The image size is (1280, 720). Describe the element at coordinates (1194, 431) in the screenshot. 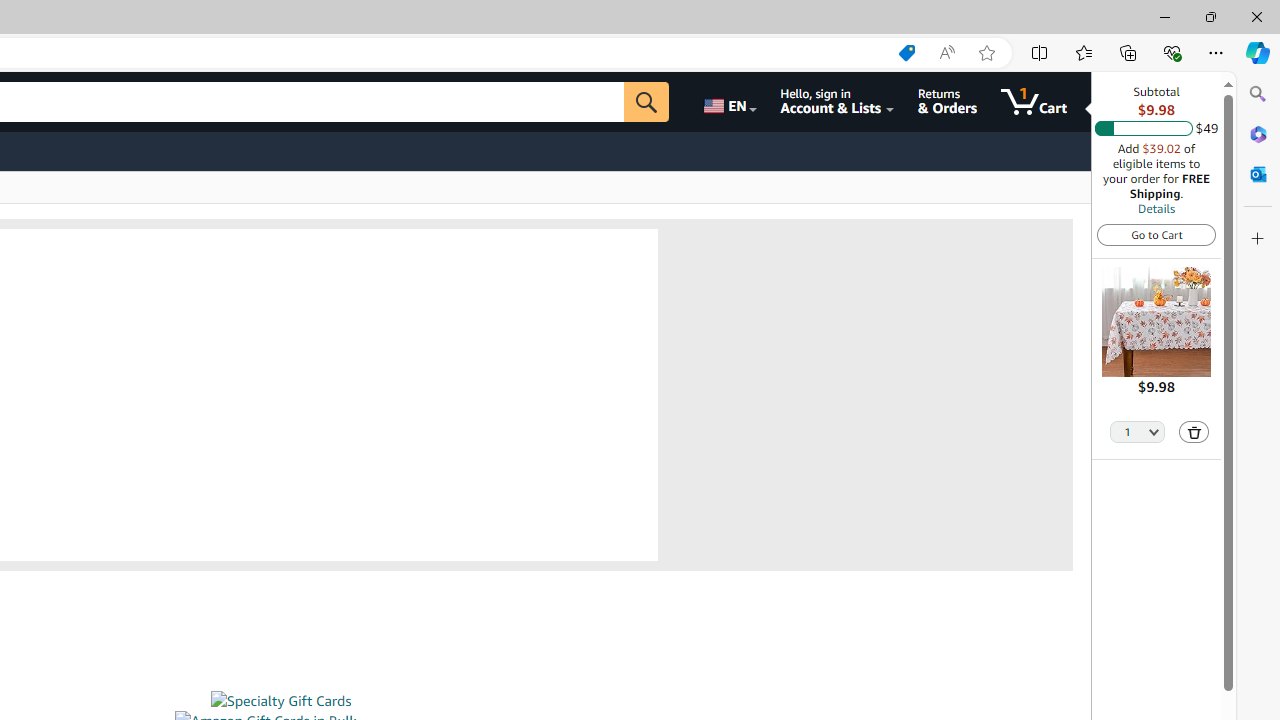

I see `'Delete'` at that location.